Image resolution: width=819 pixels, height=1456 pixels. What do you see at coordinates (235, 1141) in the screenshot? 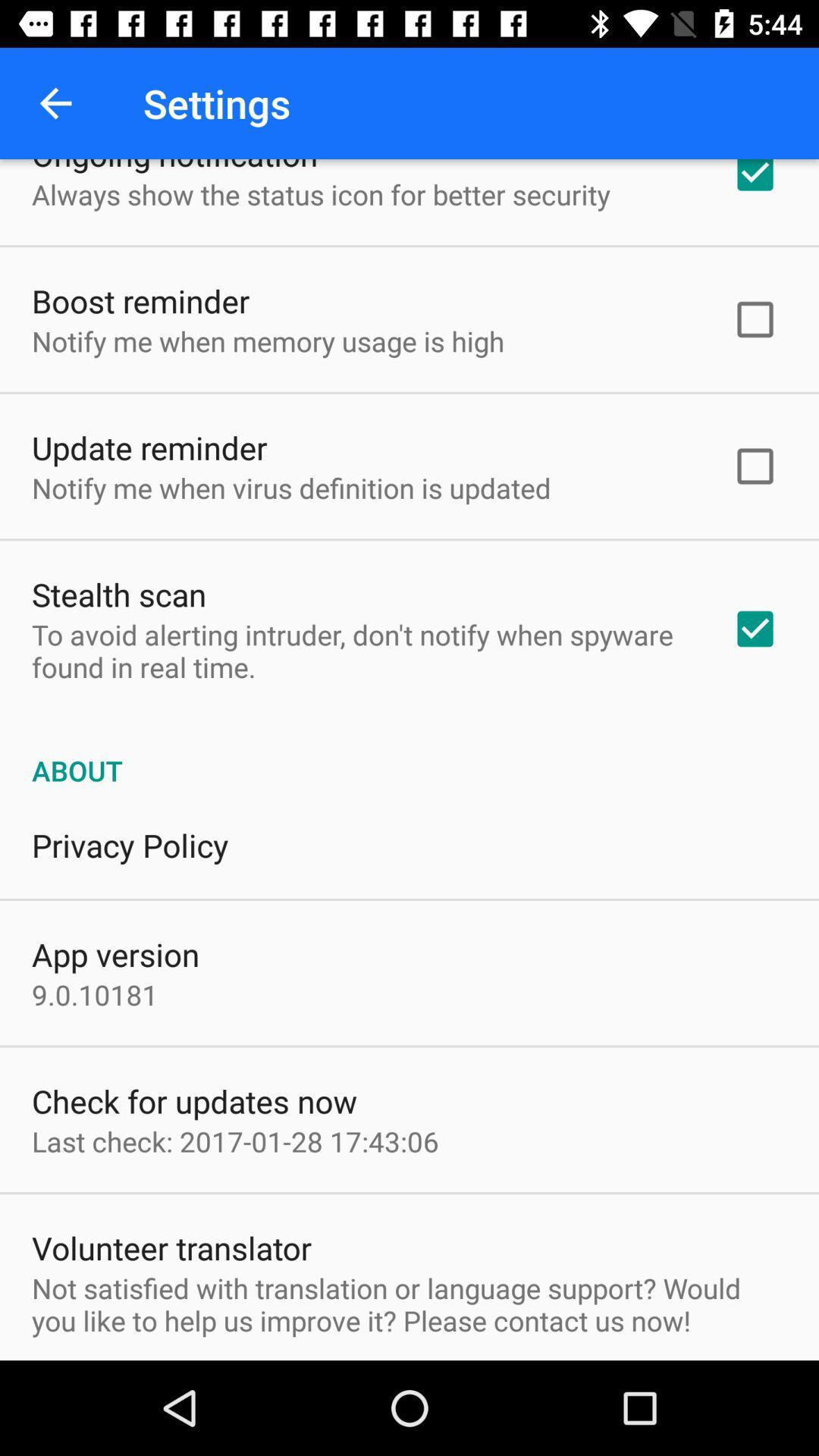
I see `the icon above volunteer translator icon` at bounding box center [235, 1141].